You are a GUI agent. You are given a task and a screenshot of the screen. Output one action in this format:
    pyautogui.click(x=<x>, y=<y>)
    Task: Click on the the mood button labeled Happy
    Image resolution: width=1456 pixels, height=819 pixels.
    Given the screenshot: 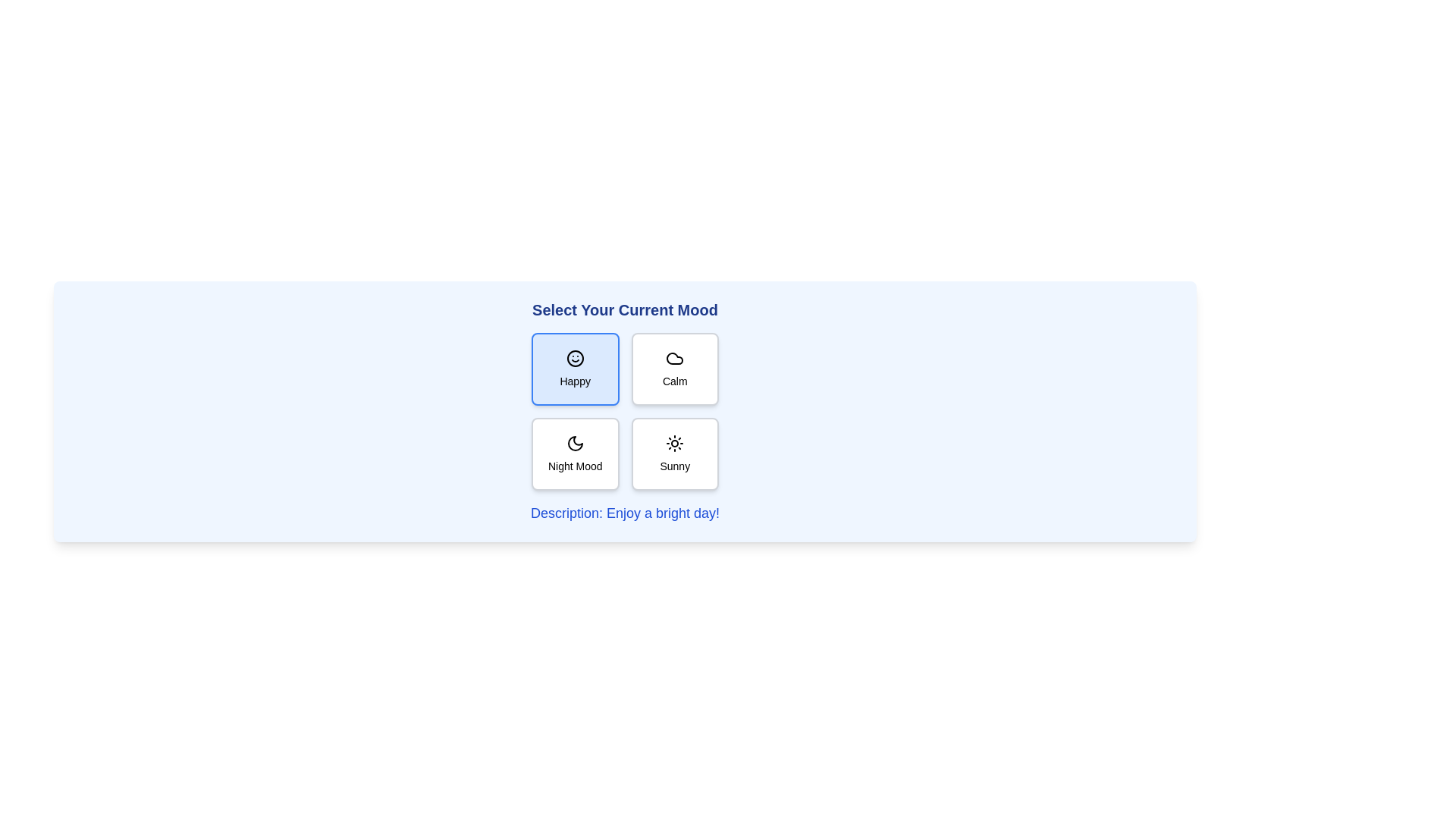 What is the action you would take?
    pyautogui.click(x=574, y=369)
    